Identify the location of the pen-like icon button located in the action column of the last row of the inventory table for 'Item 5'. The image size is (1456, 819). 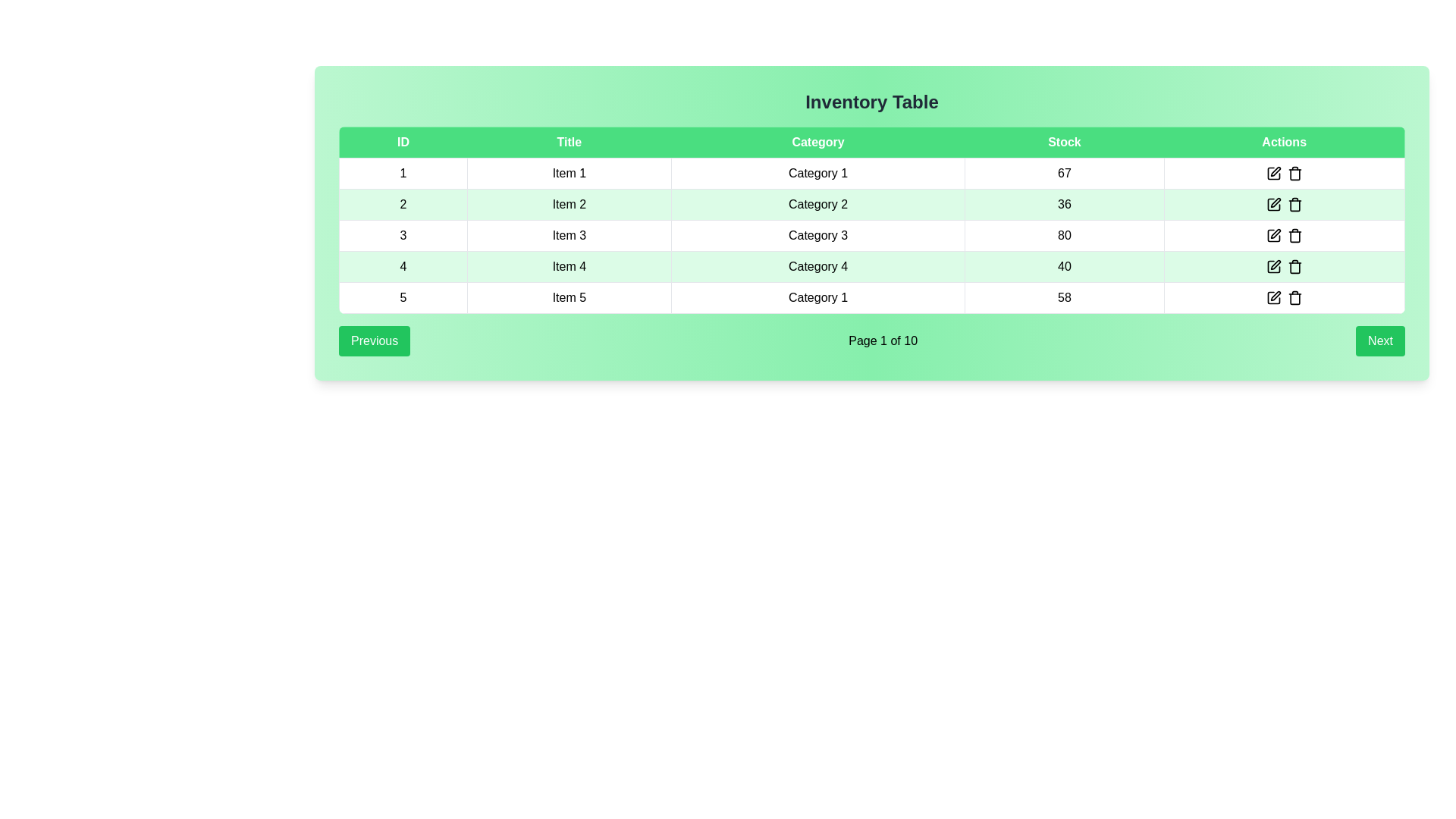
(1275, 296).